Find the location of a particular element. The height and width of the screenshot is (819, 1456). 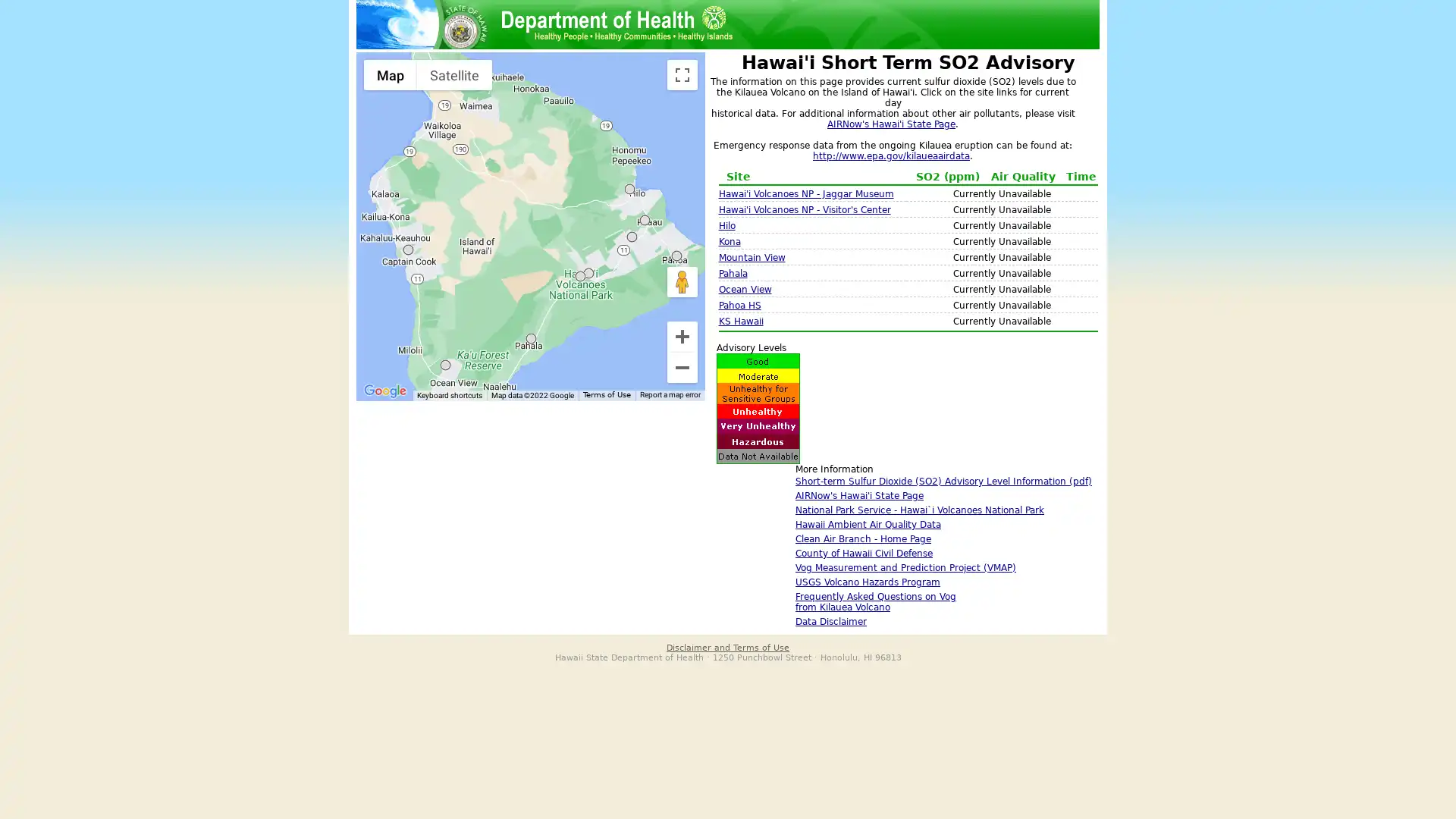

Hawaii Volcanoes NP - Visitor's Center: No Data is located at coordinates (588, 273).